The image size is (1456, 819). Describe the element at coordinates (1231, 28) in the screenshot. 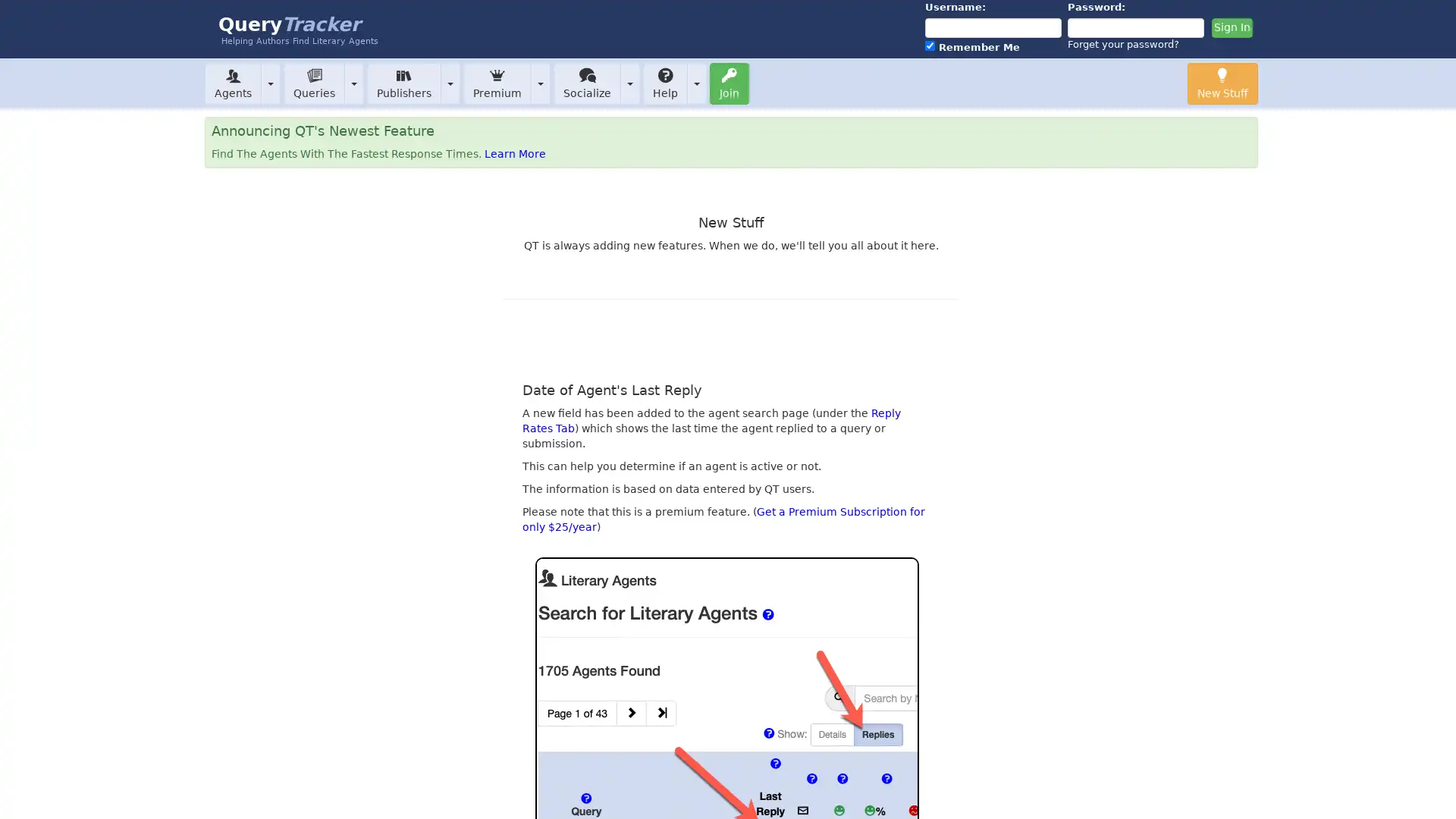

I see `Sign In` at that location.